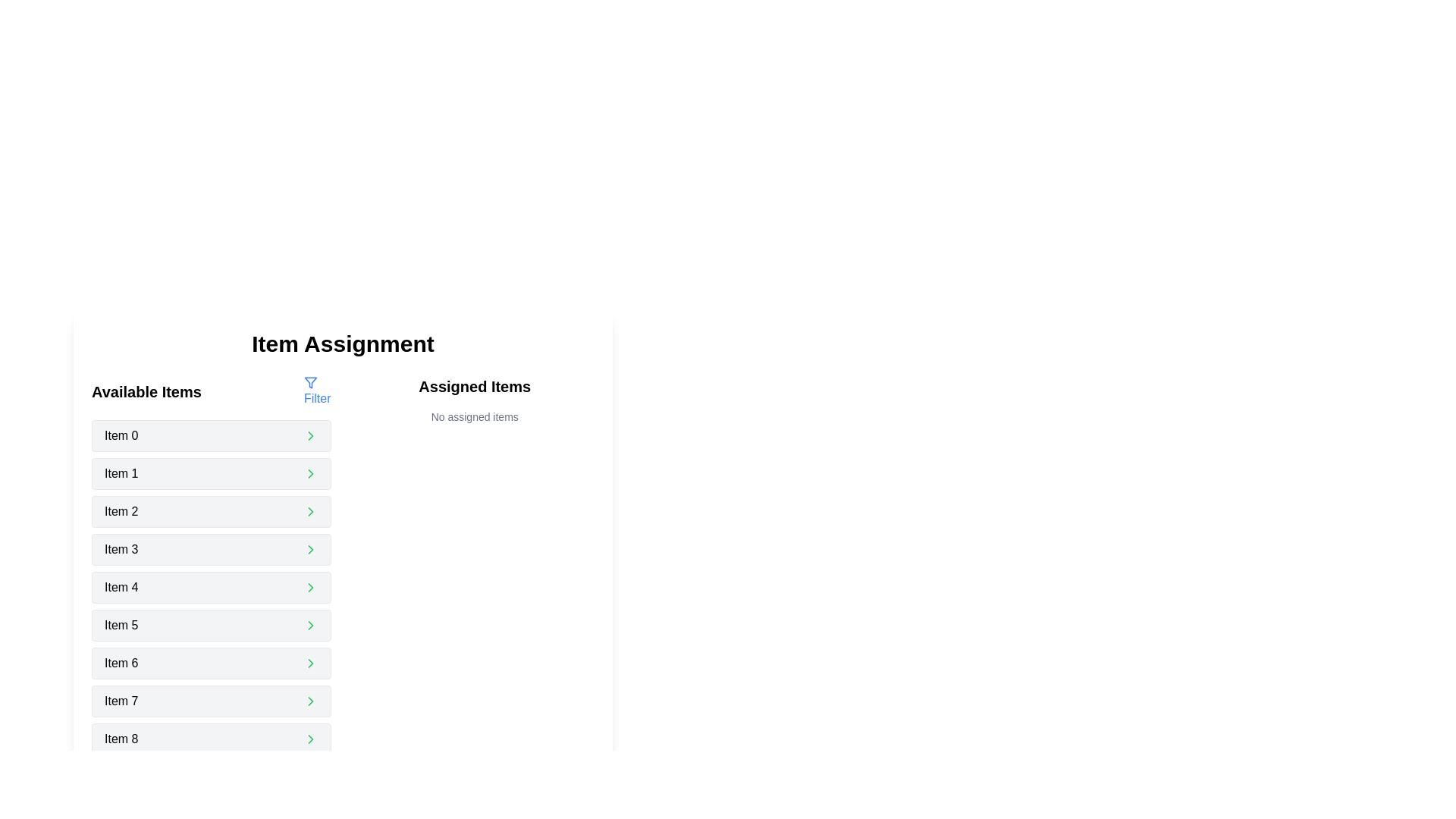 The height and width of the screenshot is (819, 1456). I want to click on the list item labeled 'Item 6', so click(210, 663).